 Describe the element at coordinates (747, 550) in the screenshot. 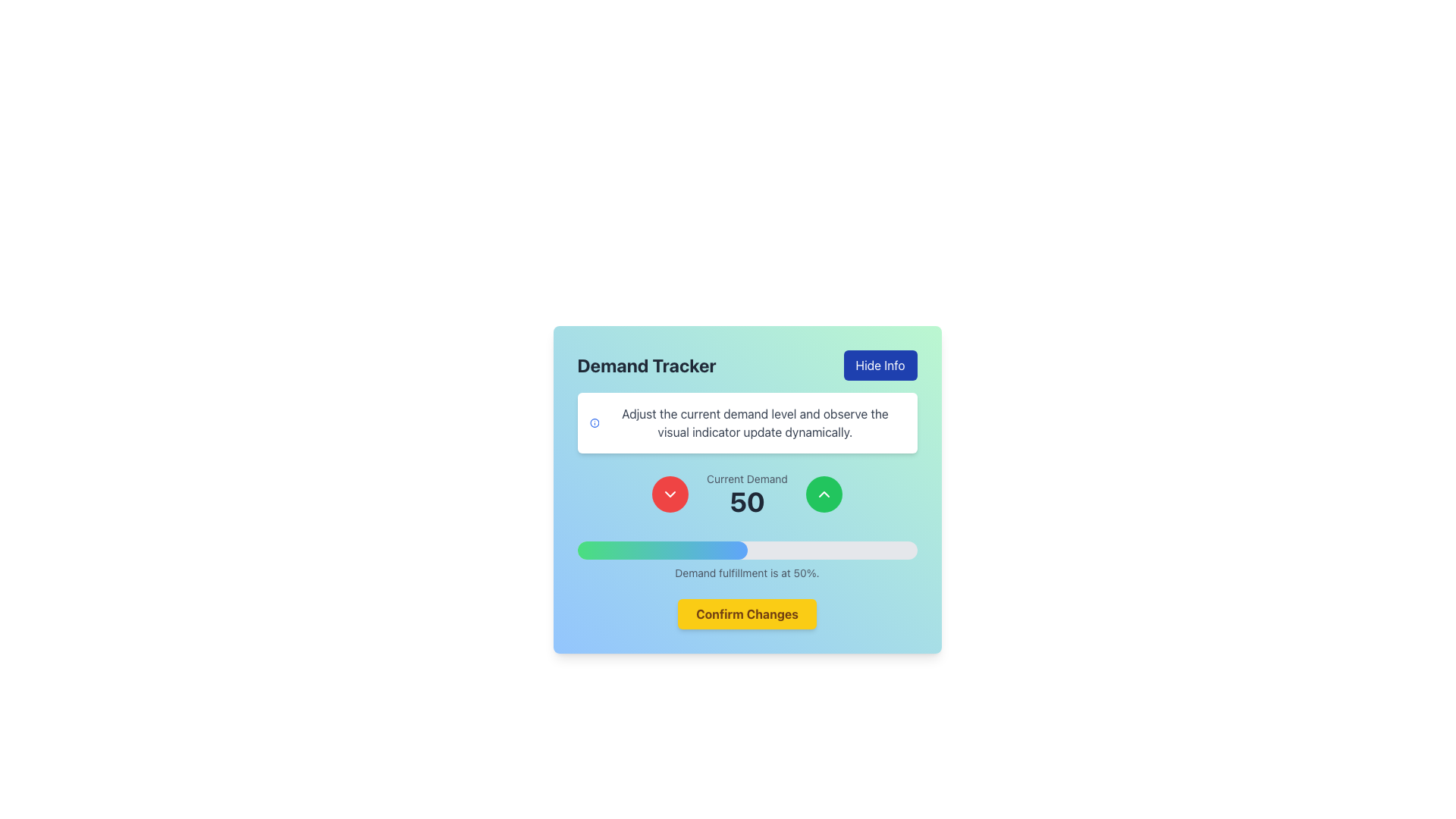

I see `the progress bar which is a rounded design with a light gray background and a gradient-filled active section from green to blue, indicating 50% completion` at that location.